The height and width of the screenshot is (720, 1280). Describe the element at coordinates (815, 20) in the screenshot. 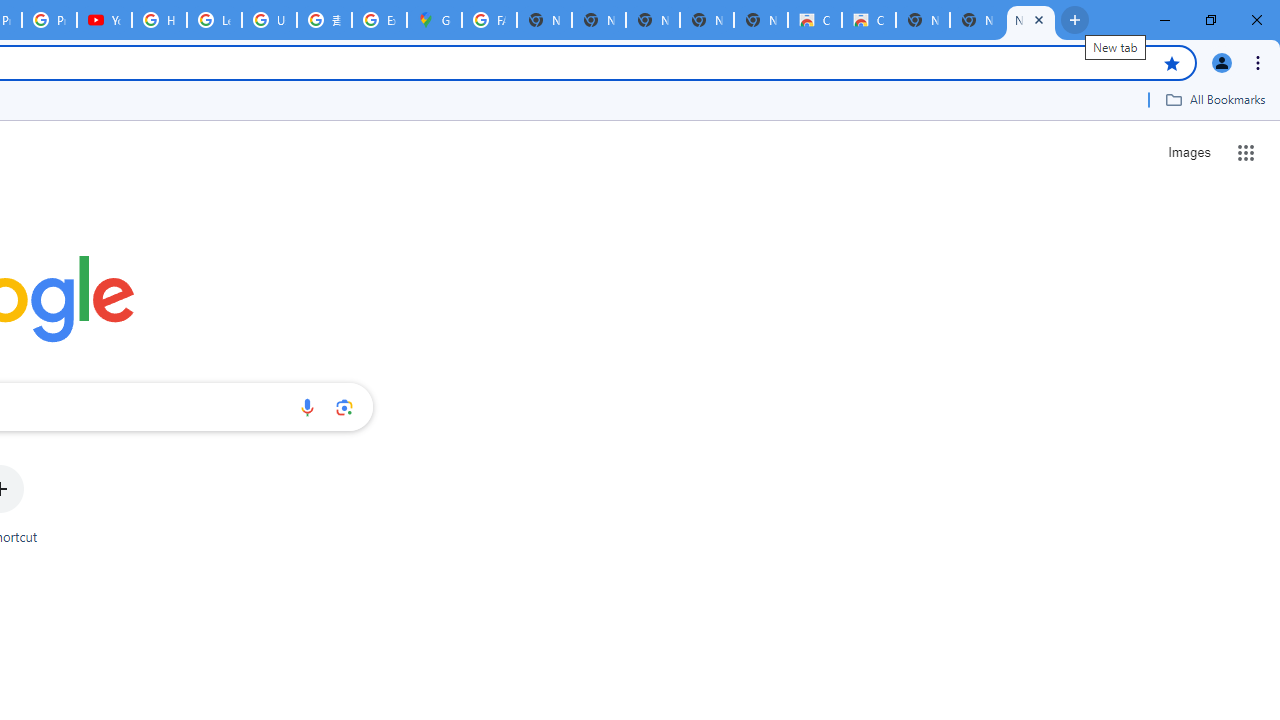

I see `'Classic Blue - Chrome Web Store'` at that location.